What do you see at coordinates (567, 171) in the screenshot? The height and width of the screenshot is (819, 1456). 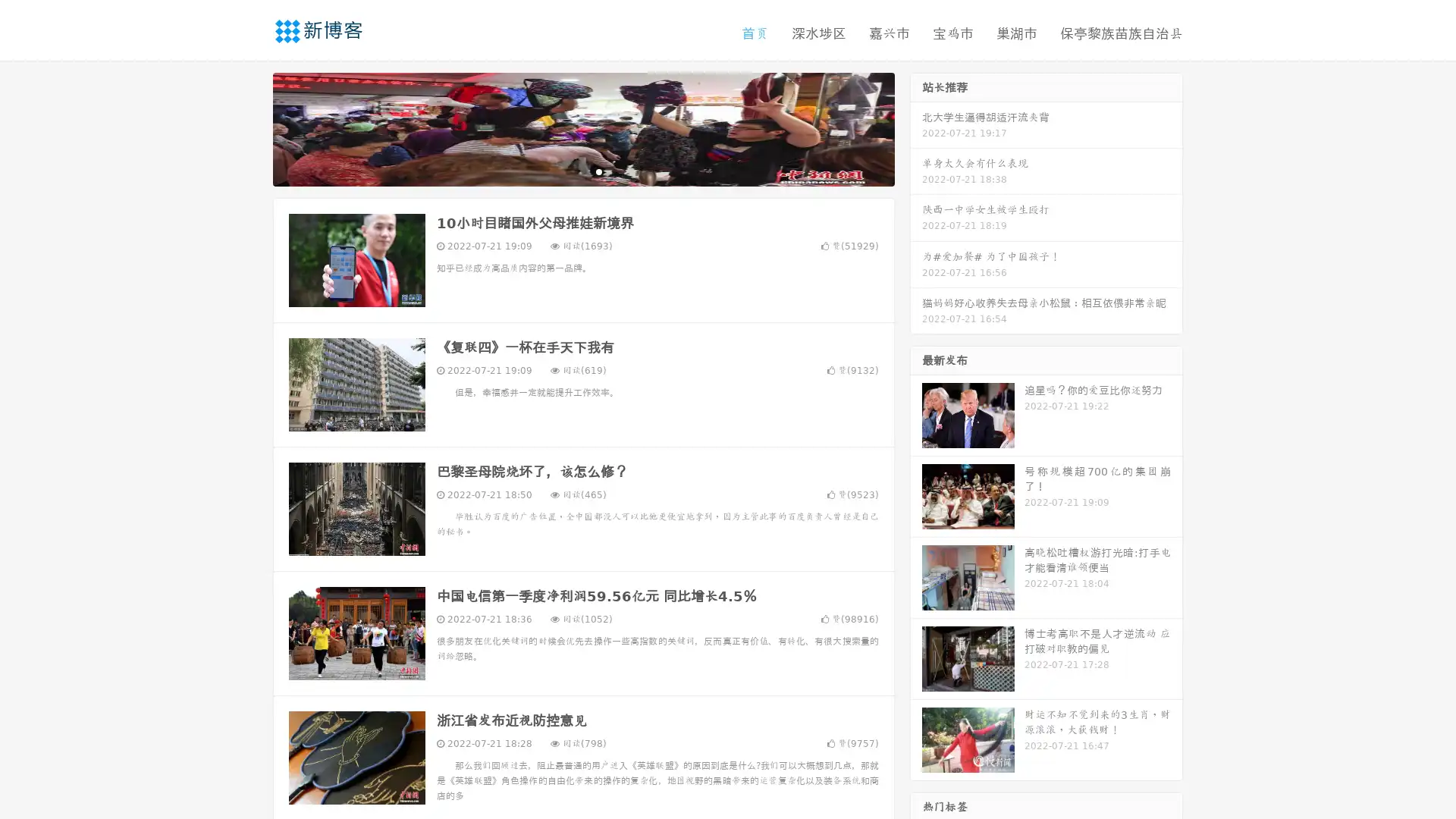 I see `Go to slide 1` at bounding box center [567, 171].